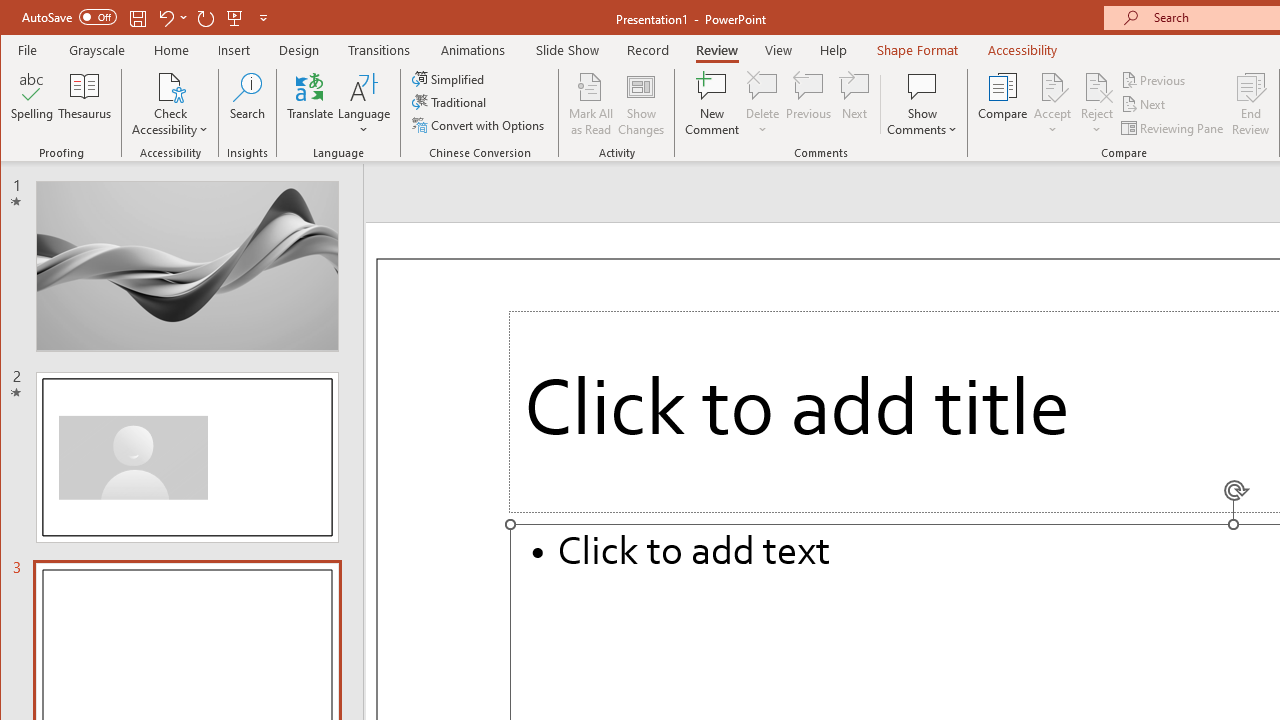 The width and height of the screenshot is (1280, 720). I want to click on 'Reject', so click(1095, 104).